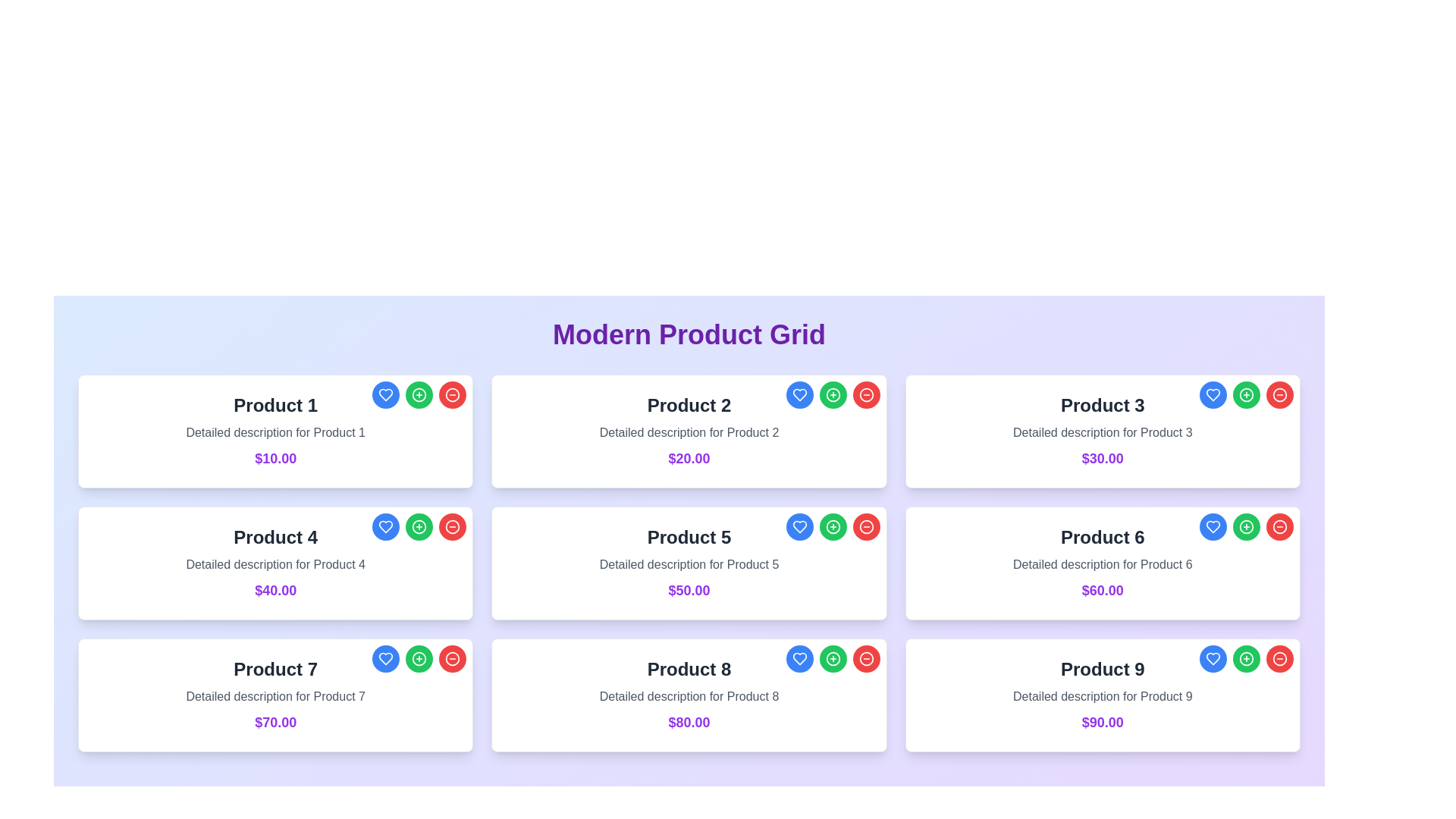  What do you see at coordinates (1103, 537) in the screenshot?
I see `the Text label that serves as the title or identifier for 'Product 6', located at the top of its content box, centered within its card in the second row, third column of the product grid` at bounding box center [1103, 537].